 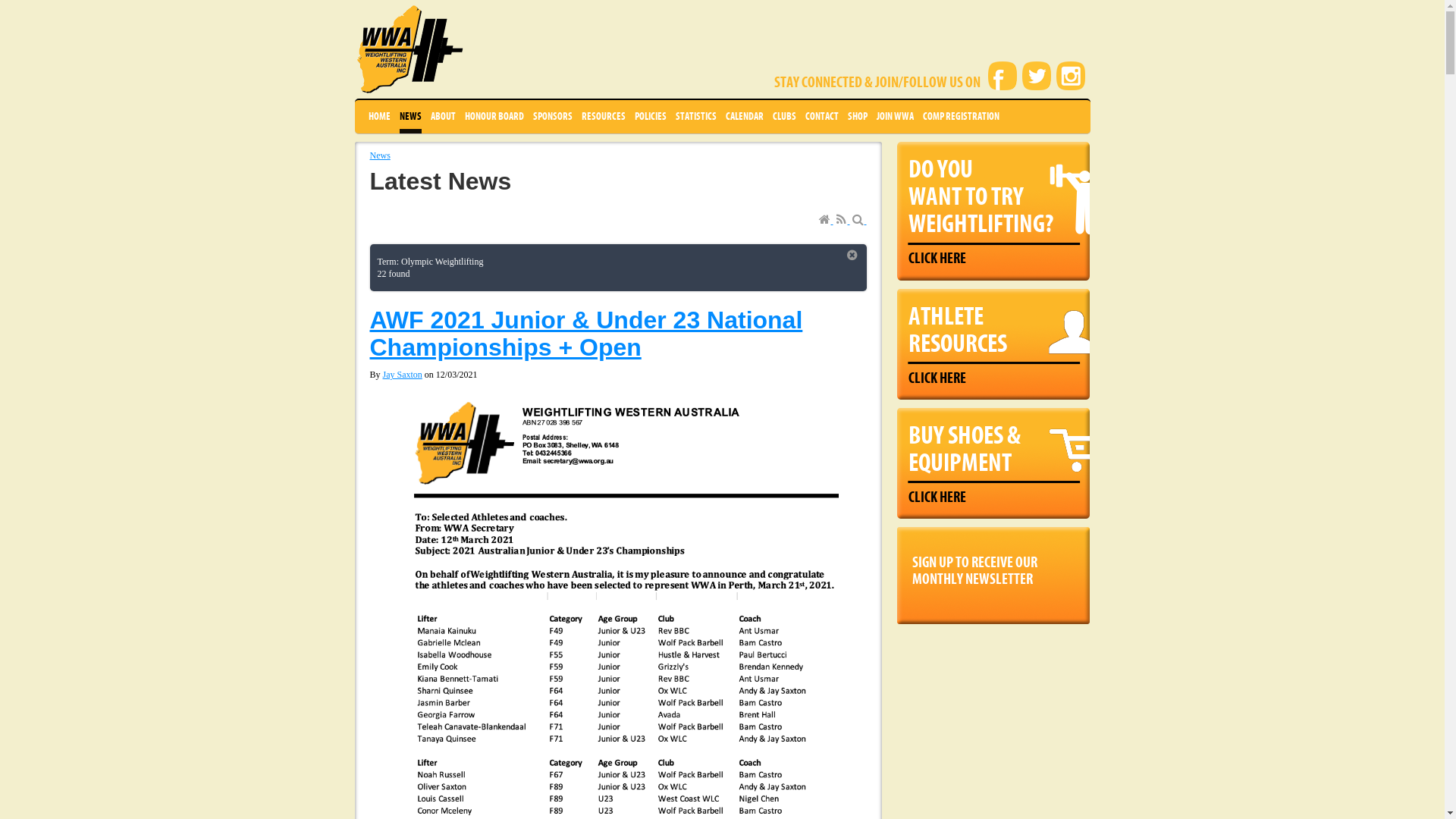 I want to click on 'Search', so click(x=852, y=220).